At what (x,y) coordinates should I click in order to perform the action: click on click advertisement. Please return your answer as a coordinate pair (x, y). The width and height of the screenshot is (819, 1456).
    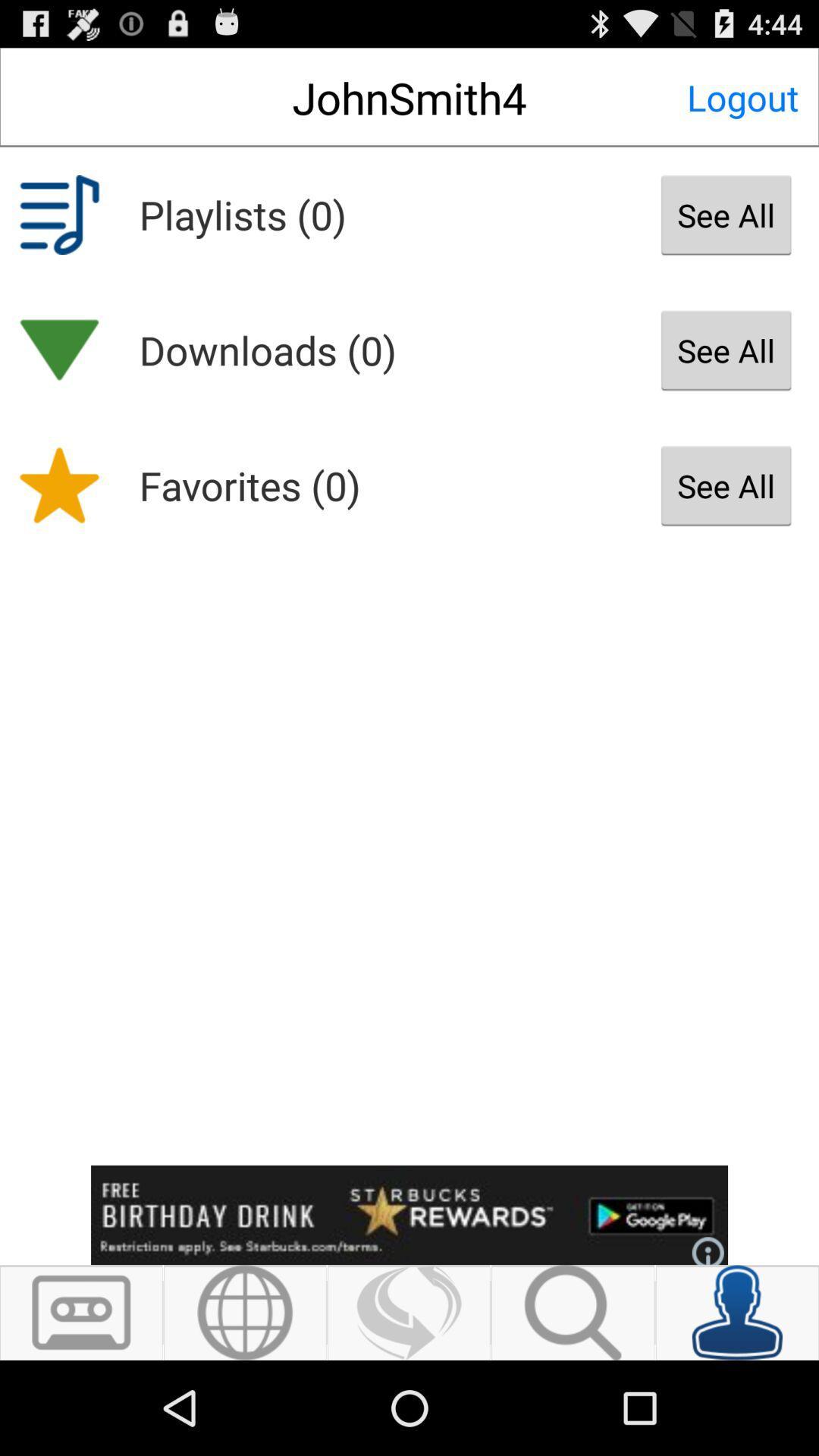
    Looking at the image, I should click on (409, 1215).